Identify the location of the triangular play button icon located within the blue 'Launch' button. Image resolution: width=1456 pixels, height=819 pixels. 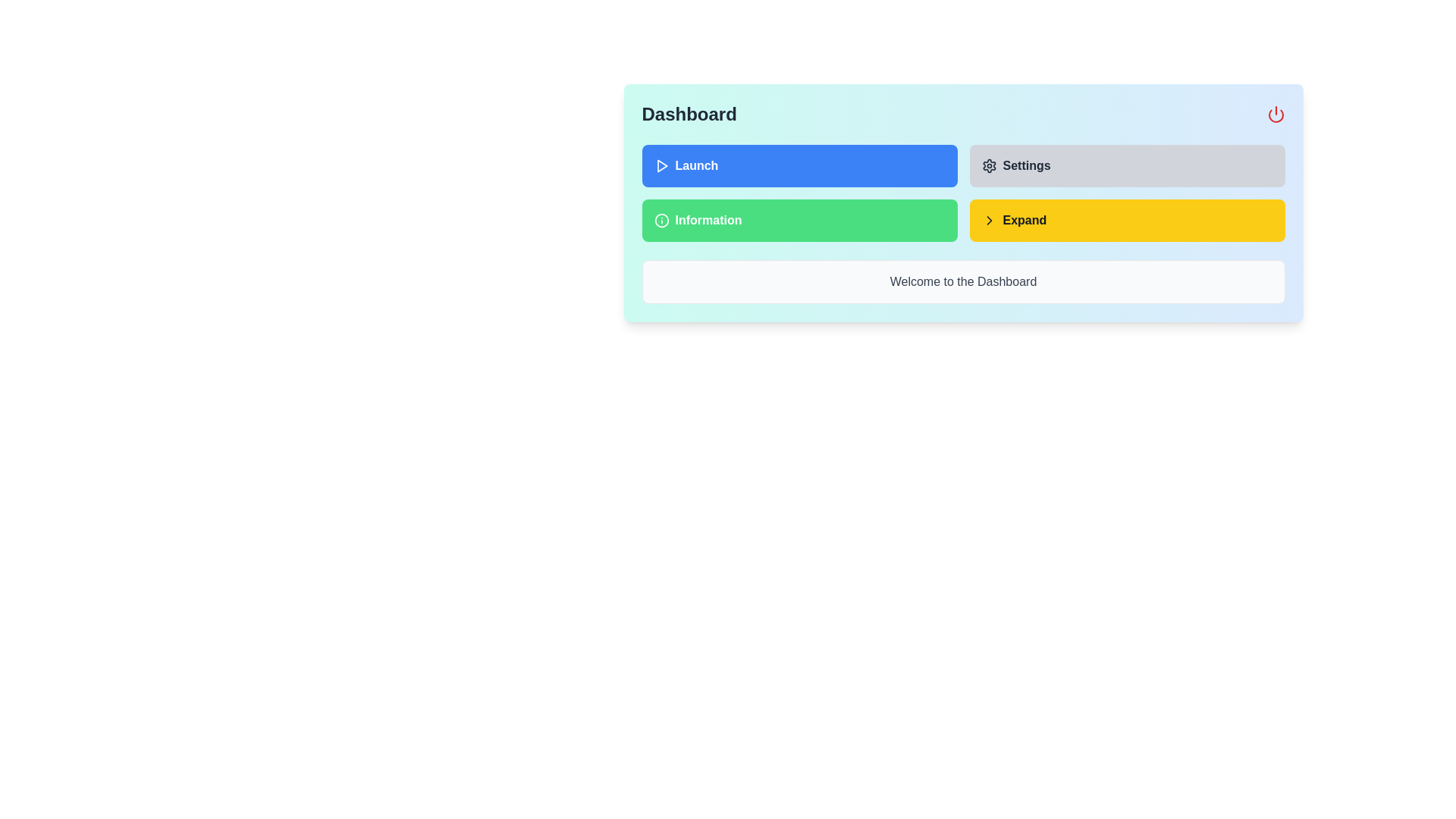
(662, 166).